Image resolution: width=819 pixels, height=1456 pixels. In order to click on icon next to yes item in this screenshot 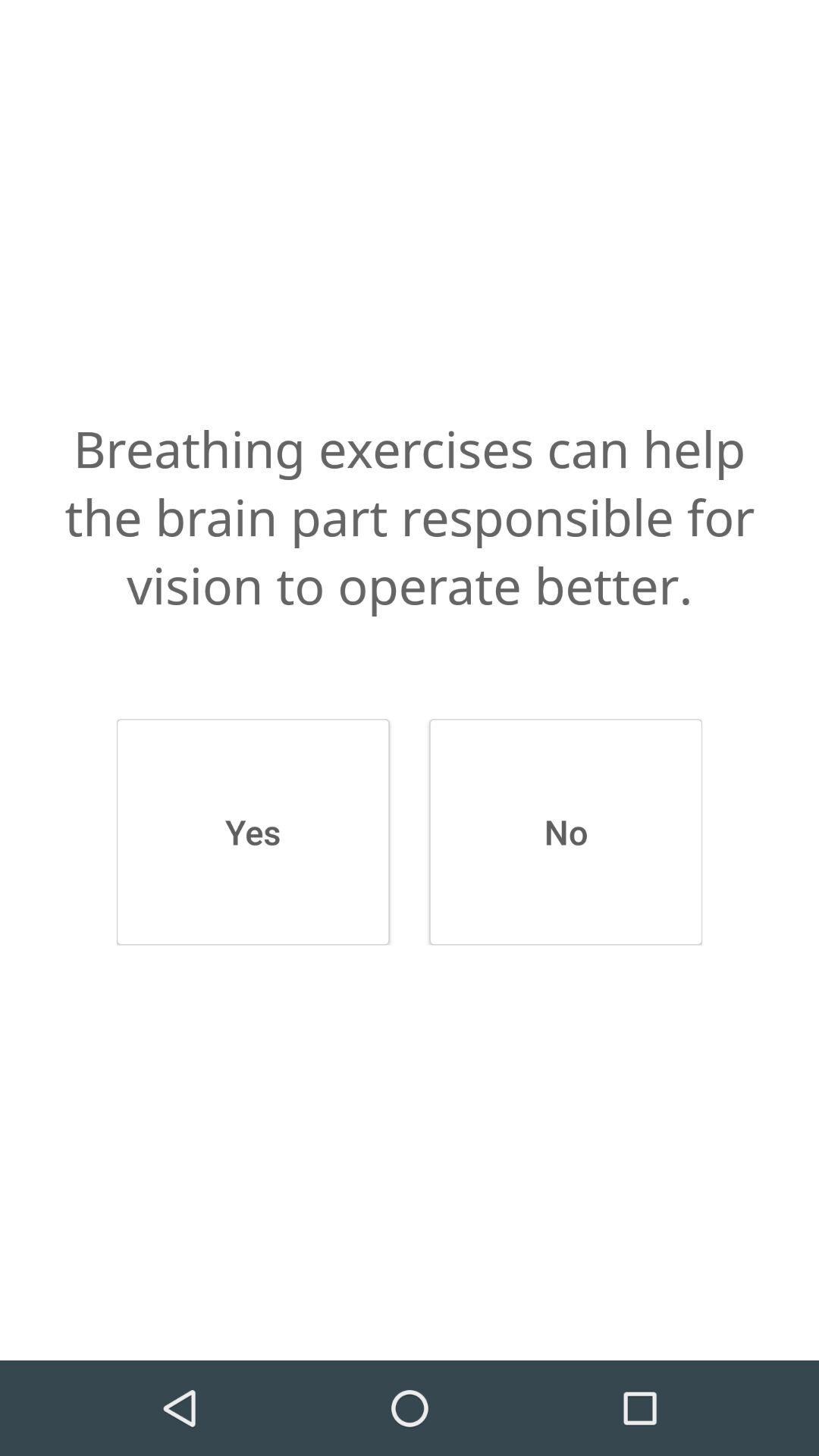, I will do `click(566, 831)`.